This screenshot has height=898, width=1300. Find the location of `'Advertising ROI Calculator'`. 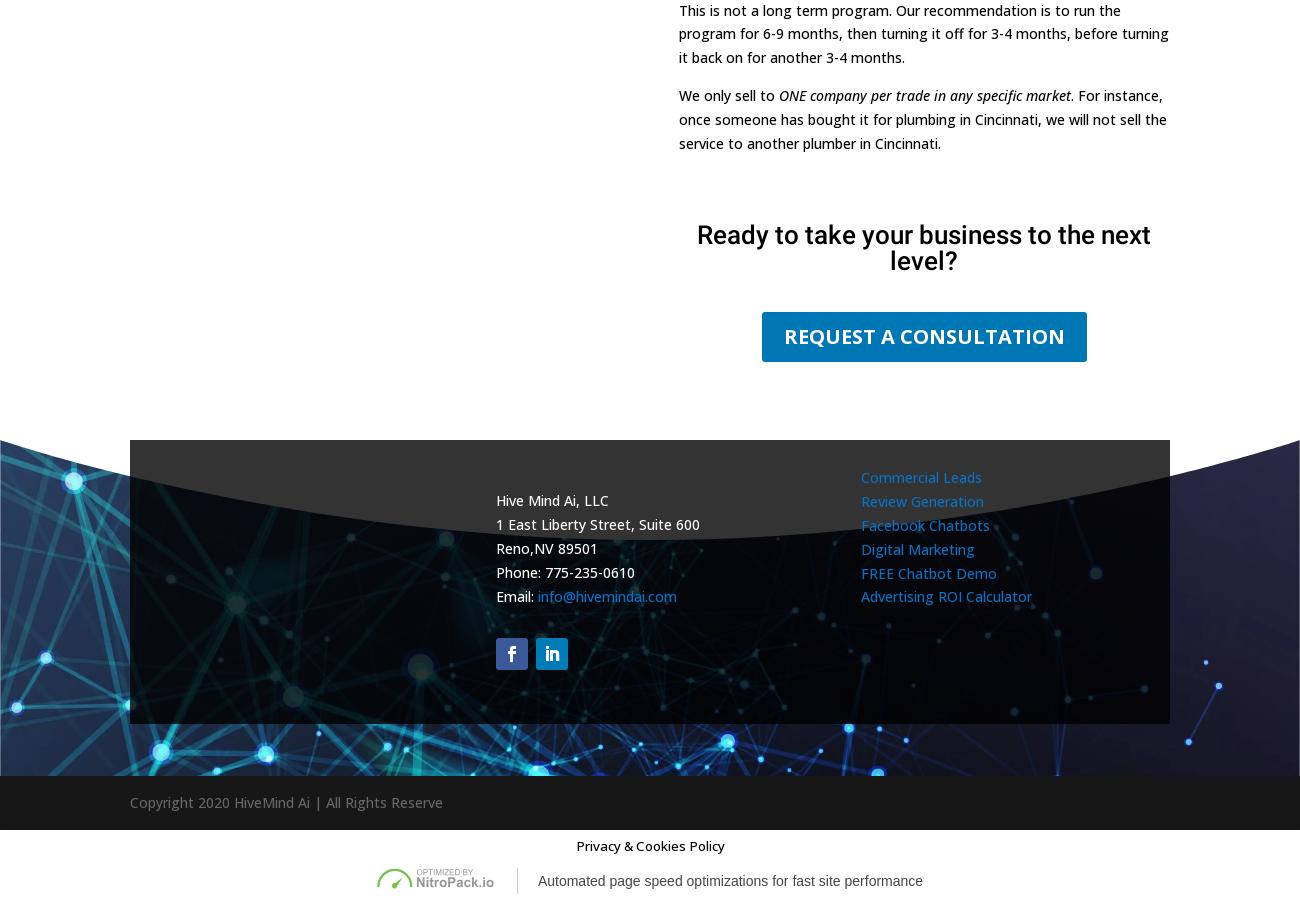

'Advertising ROI Calculator' is located at coordinates (946, 595).